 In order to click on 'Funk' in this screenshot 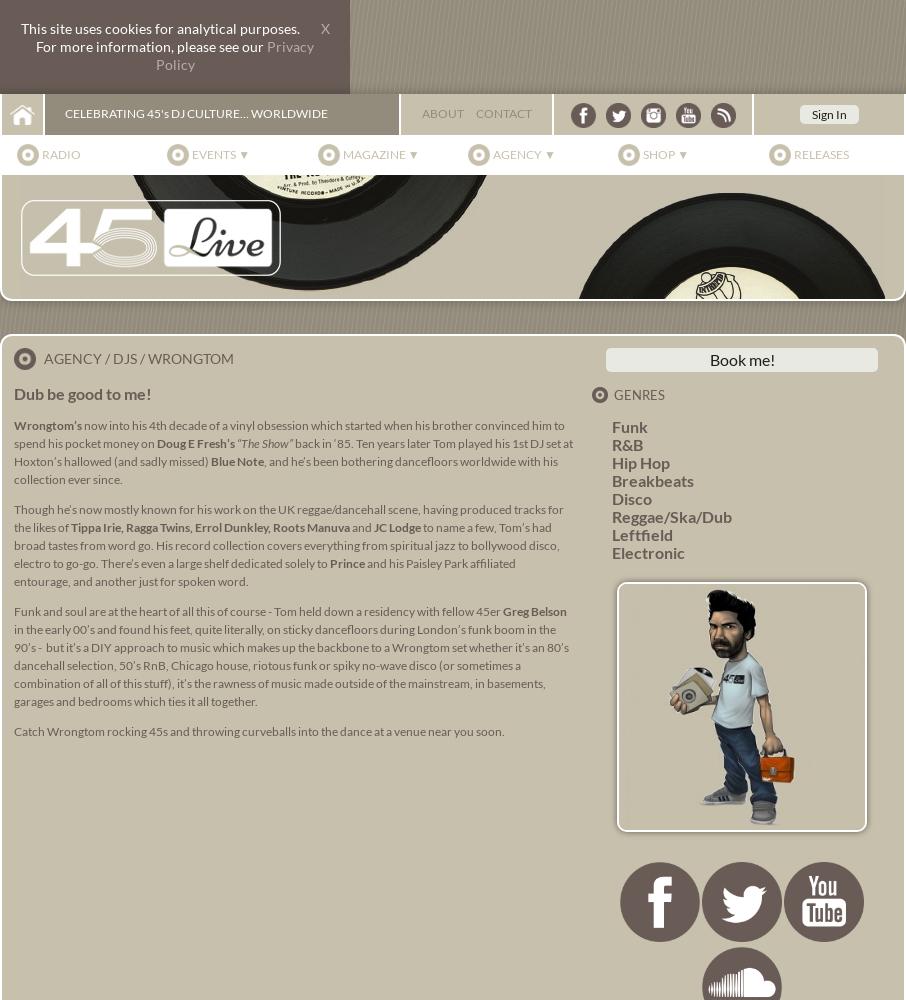, I will do `click(630, 426)`.